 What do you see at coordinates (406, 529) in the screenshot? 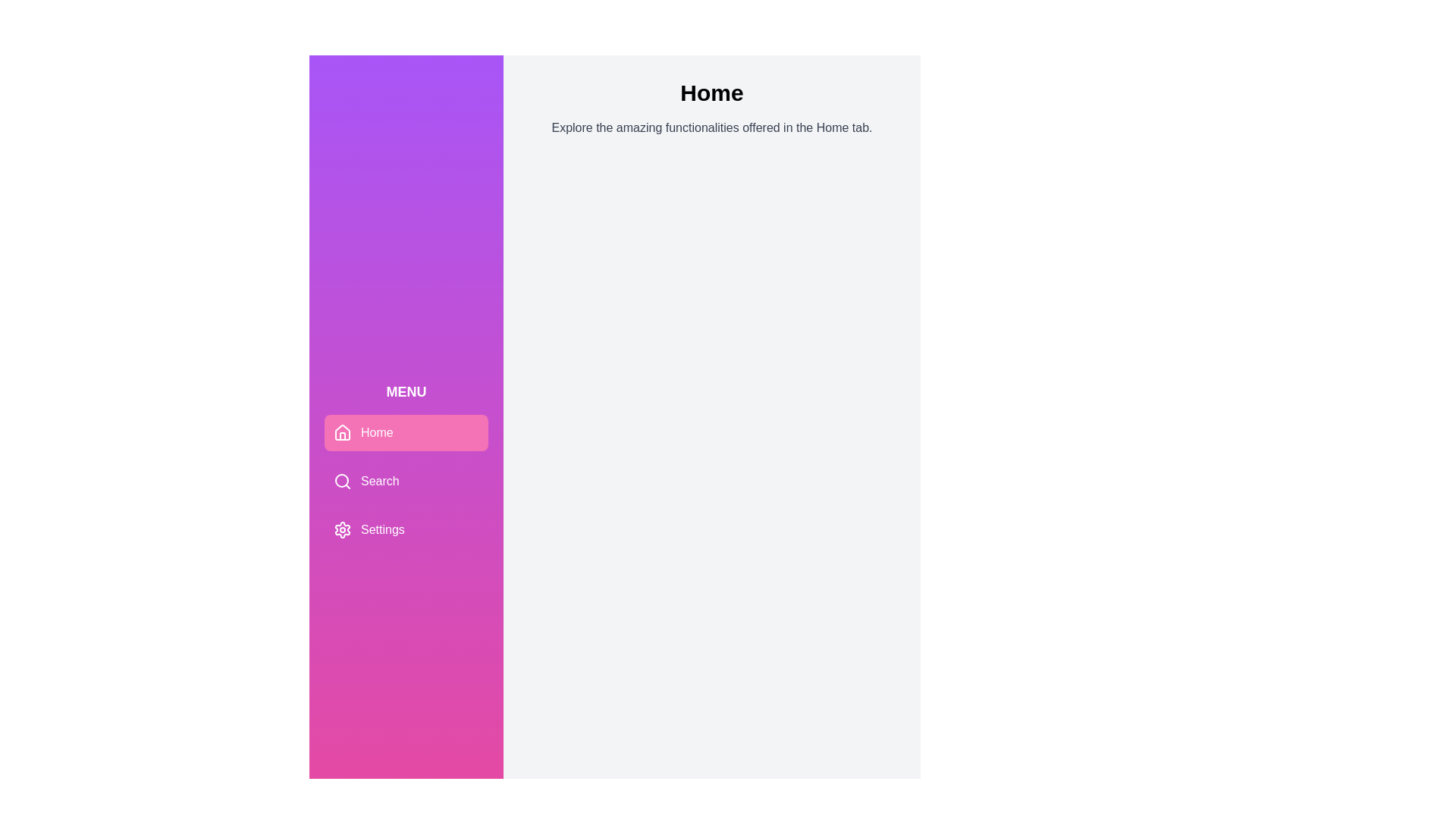
I see `the Settings tab from the menu` at bounding box center [406, 529].